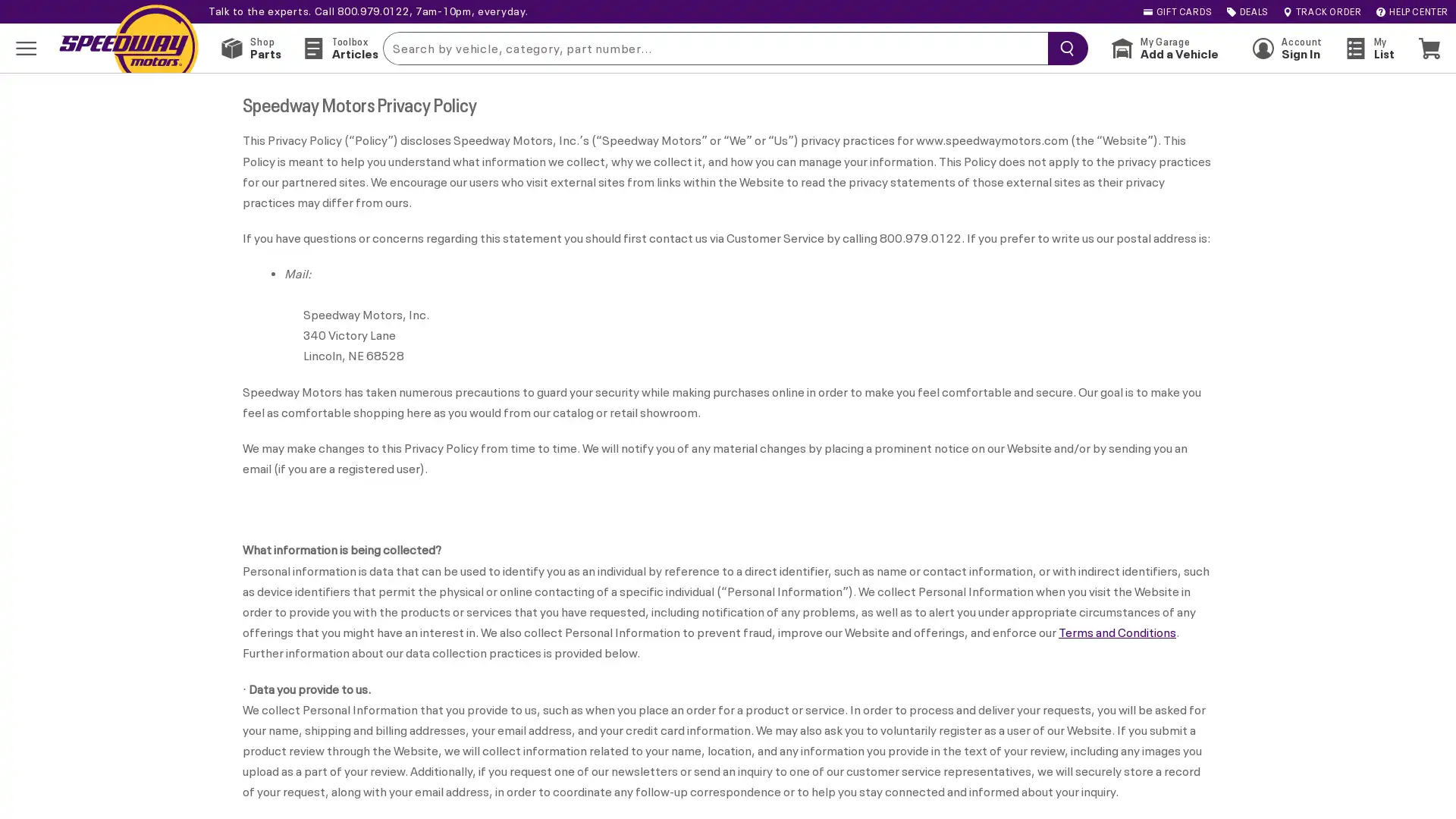  Describe the element at coordinates (1286, 47) in the screenshot. I see `Account Sign In` at that location.